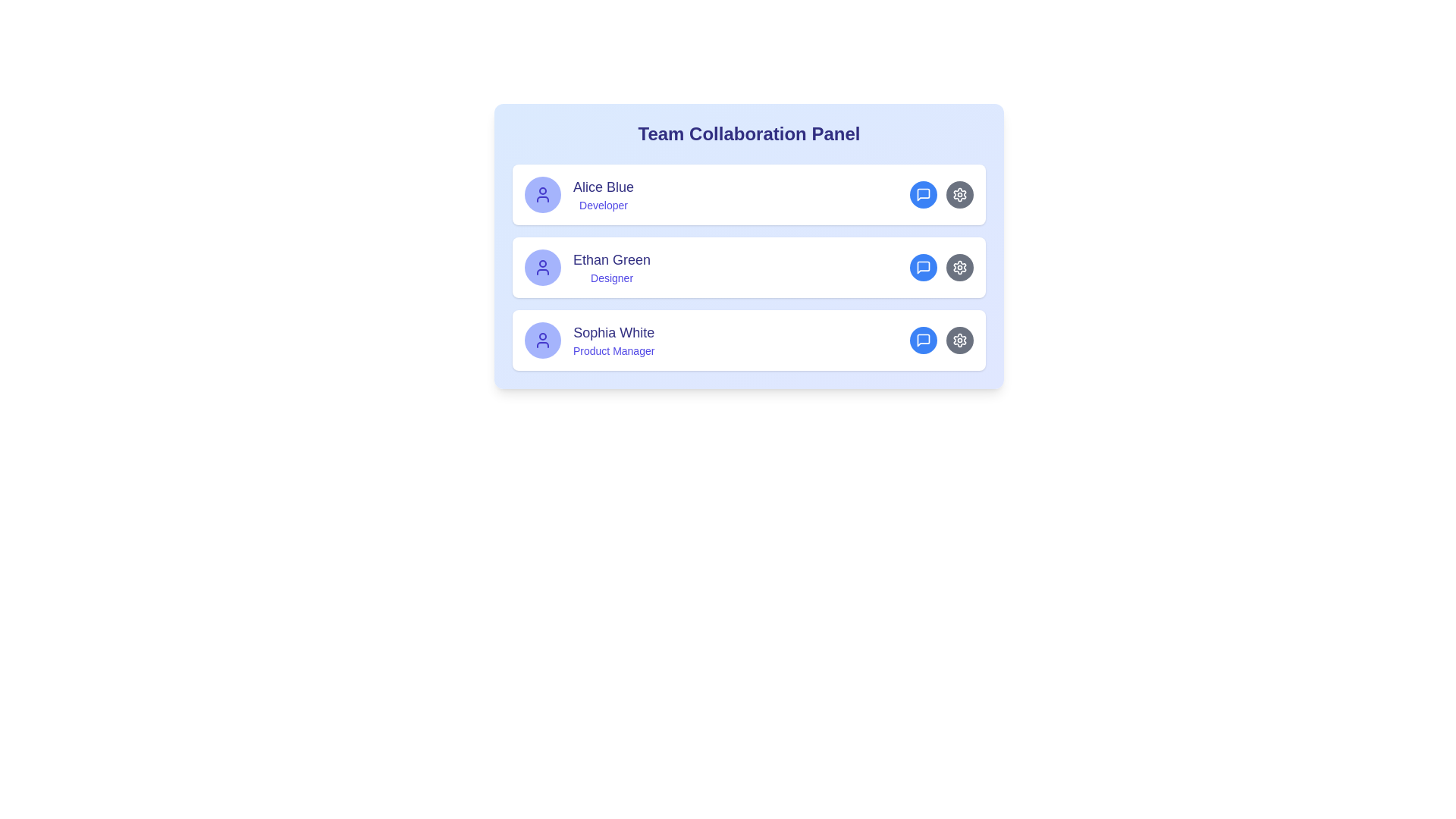 The height and width of the screenshot is (819, 1456). What do you see at coordinates (923, 339) in the screenshot?
I see `the blue speech bubble icon within the circular button for 'Sophia White', located on the right side of her row in the Team Collaboration Panel` at bounding box center [923, 339].